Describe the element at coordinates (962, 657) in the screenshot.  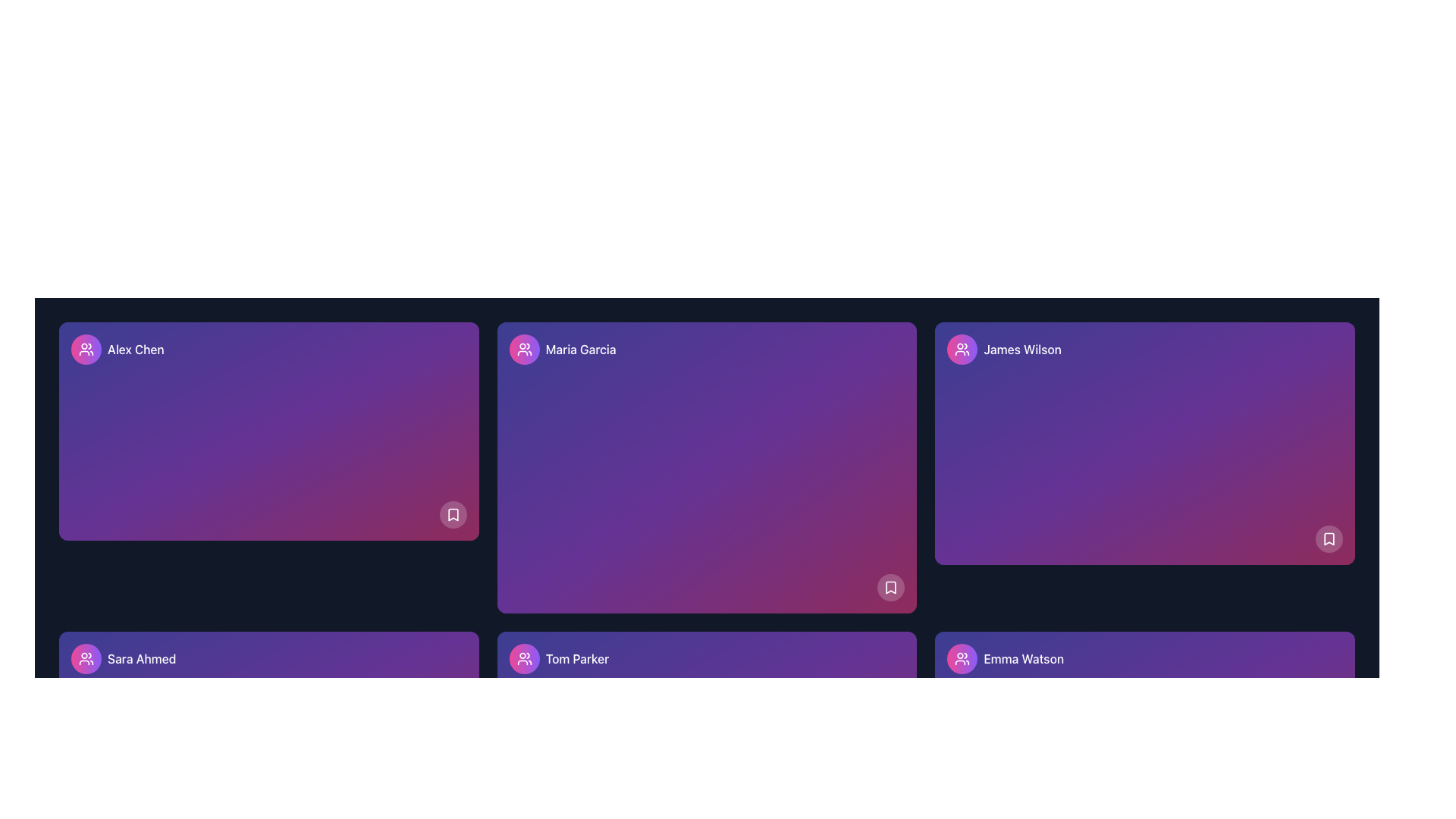
I see `the circular icon representing a group of users, which features stylized line art of two human figures within a circular boundary against a gradient background transitioning from pink to violet` at that location.